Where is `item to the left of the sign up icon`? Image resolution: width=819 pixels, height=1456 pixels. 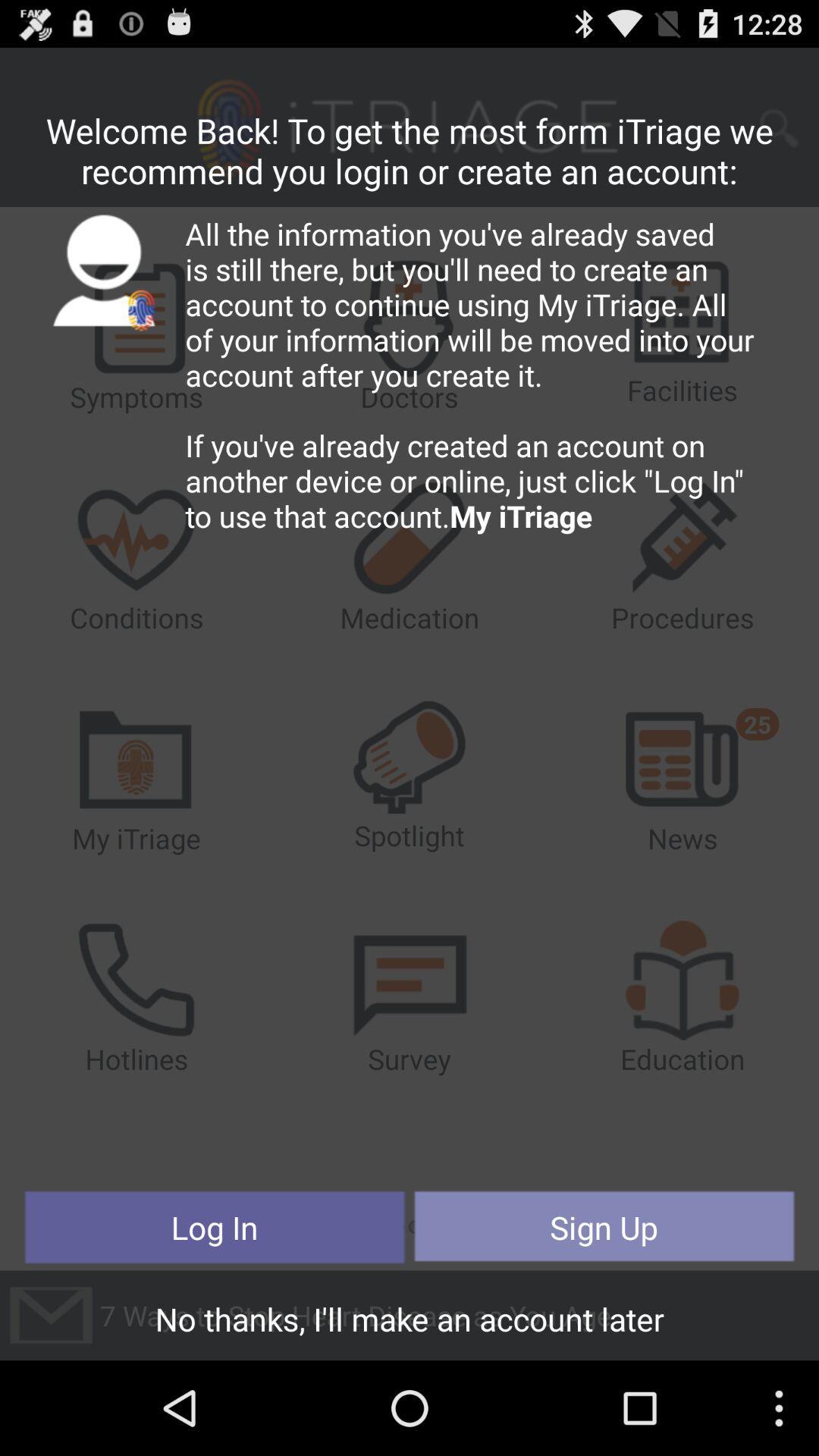 item to the left of the sign up icon is located at coordinates (215, 1227).